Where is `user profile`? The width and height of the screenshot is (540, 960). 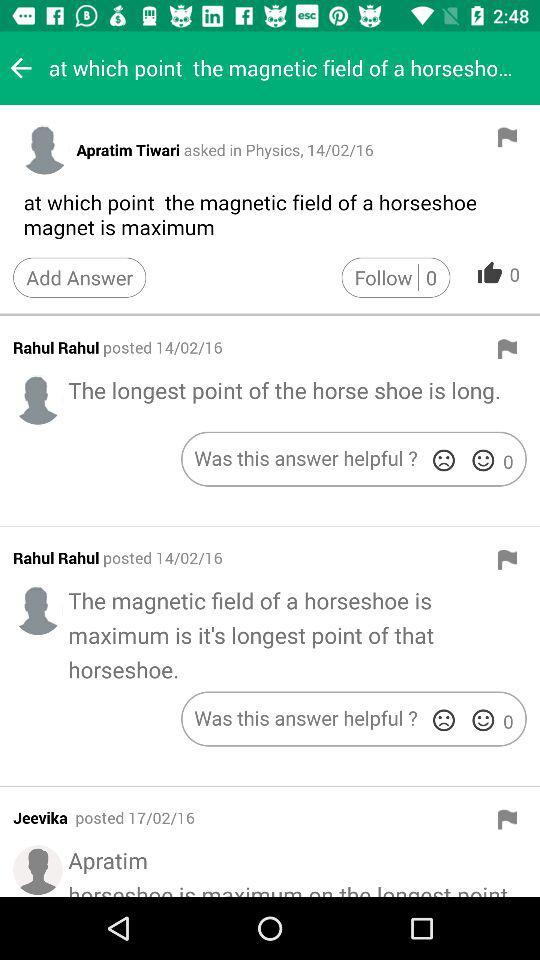 user profile is located at coordinates (44, 148).